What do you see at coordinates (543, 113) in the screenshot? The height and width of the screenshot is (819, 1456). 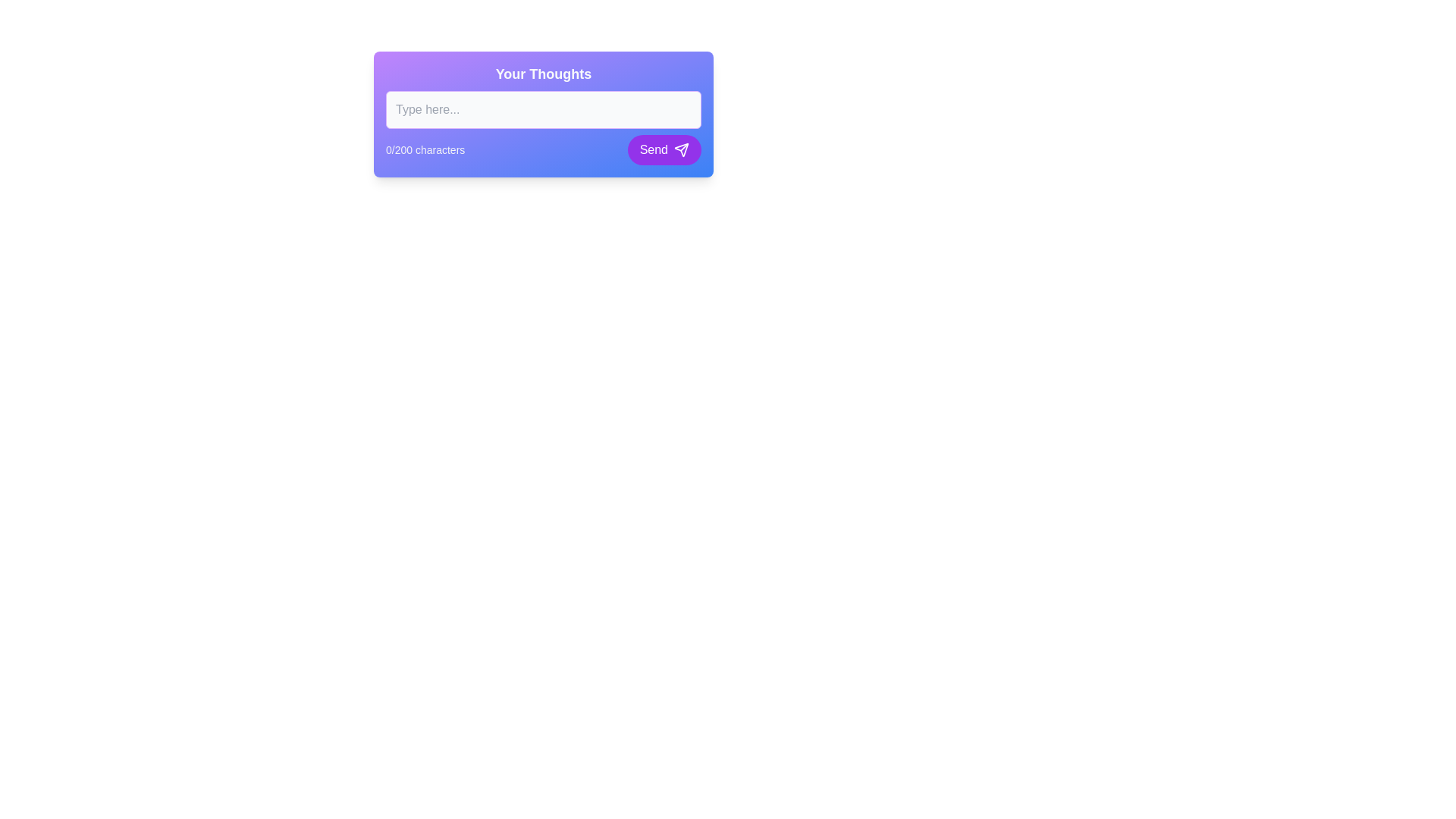 I see `the input box labeled 'Your Thoughts' in the composite component with a gradient background and rounded corners` at bounding box center [543, 113].